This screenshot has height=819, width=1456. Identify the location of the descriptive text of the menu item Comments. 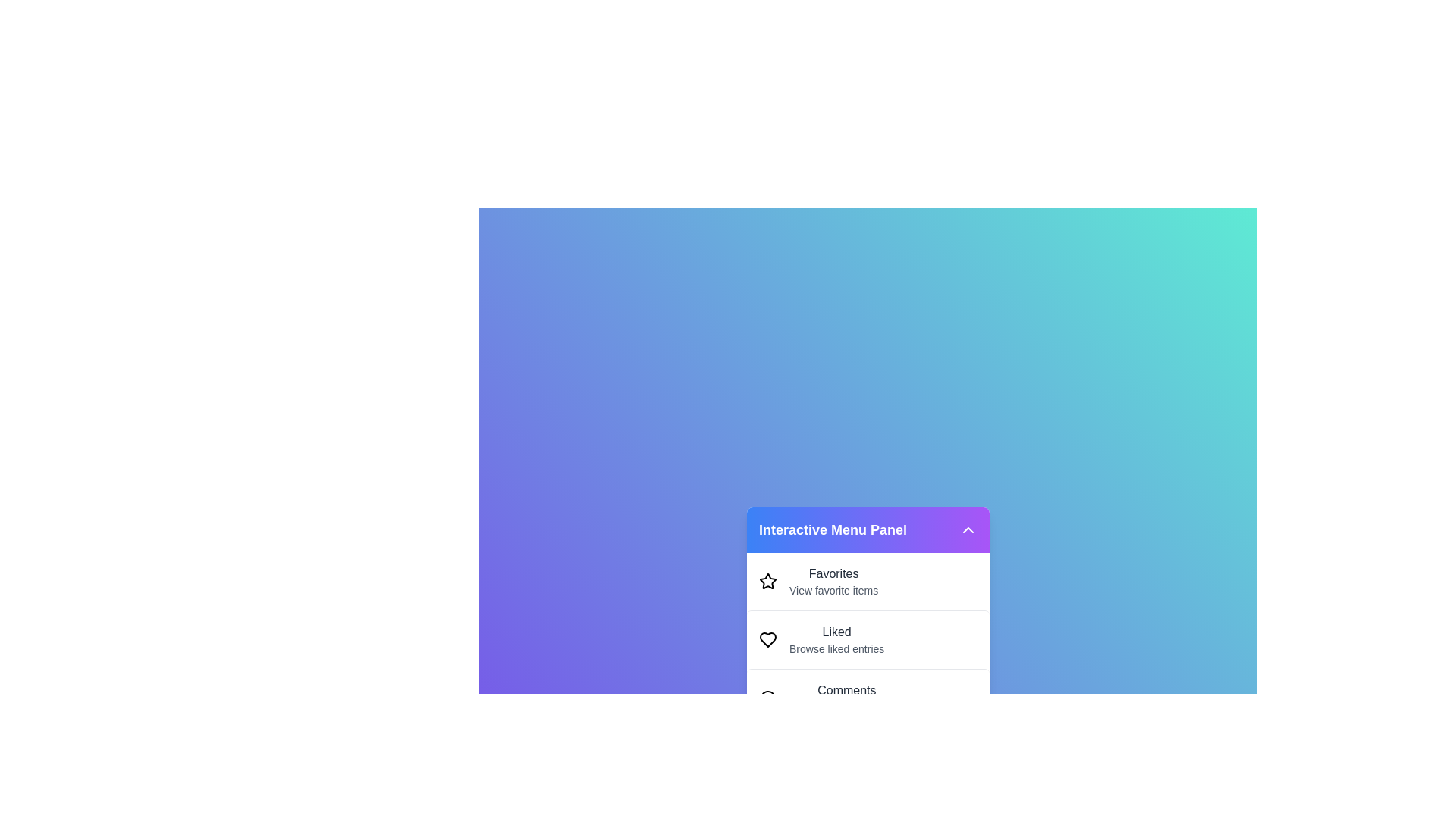
(846, 690).